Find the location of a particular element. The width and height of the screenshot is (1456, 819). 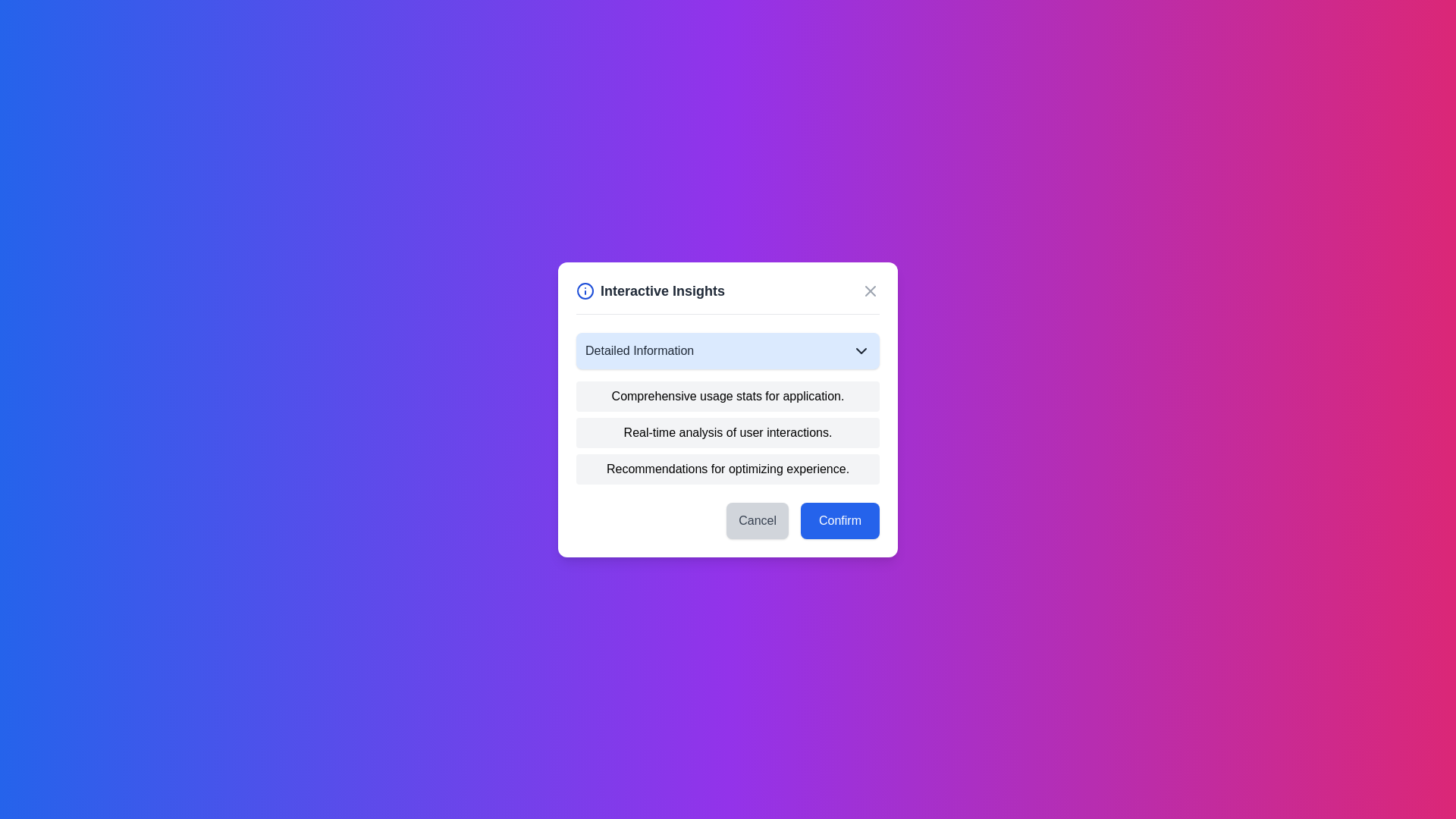

the confirmation button located in the bottom-right corner of the dialog box to confirm the current selection or action is located at coordinates (839, 519).